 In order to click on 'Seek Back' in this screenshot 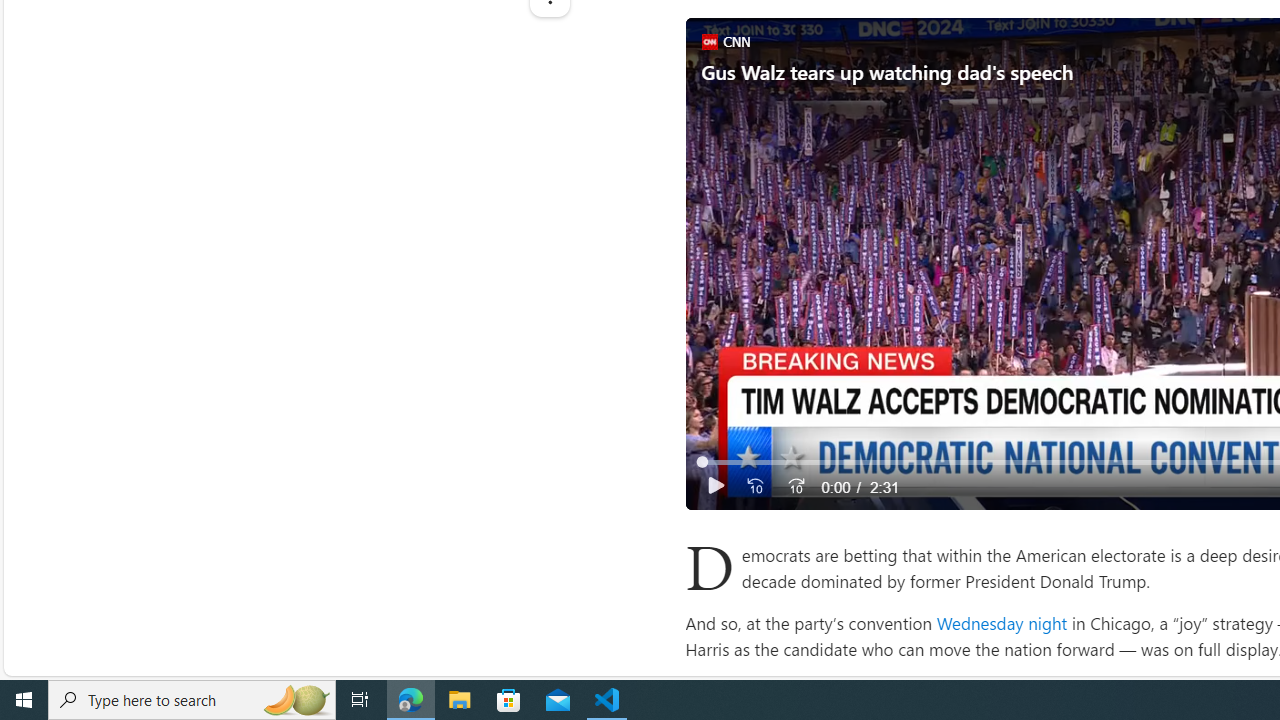, I will do `click(754, 486)`.